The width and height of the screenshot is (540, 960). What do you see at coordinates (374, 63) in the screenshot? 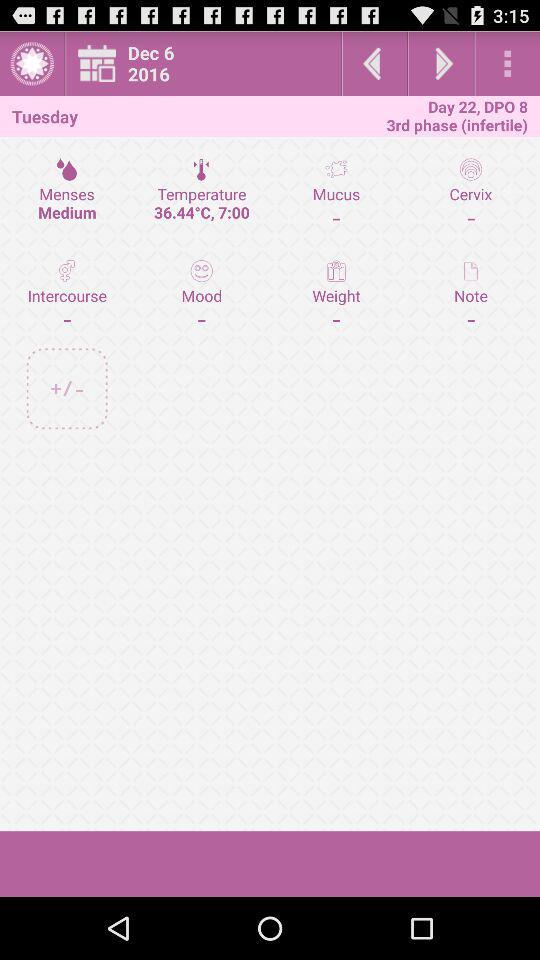
I see `go back` at bounding box center [374, 63].